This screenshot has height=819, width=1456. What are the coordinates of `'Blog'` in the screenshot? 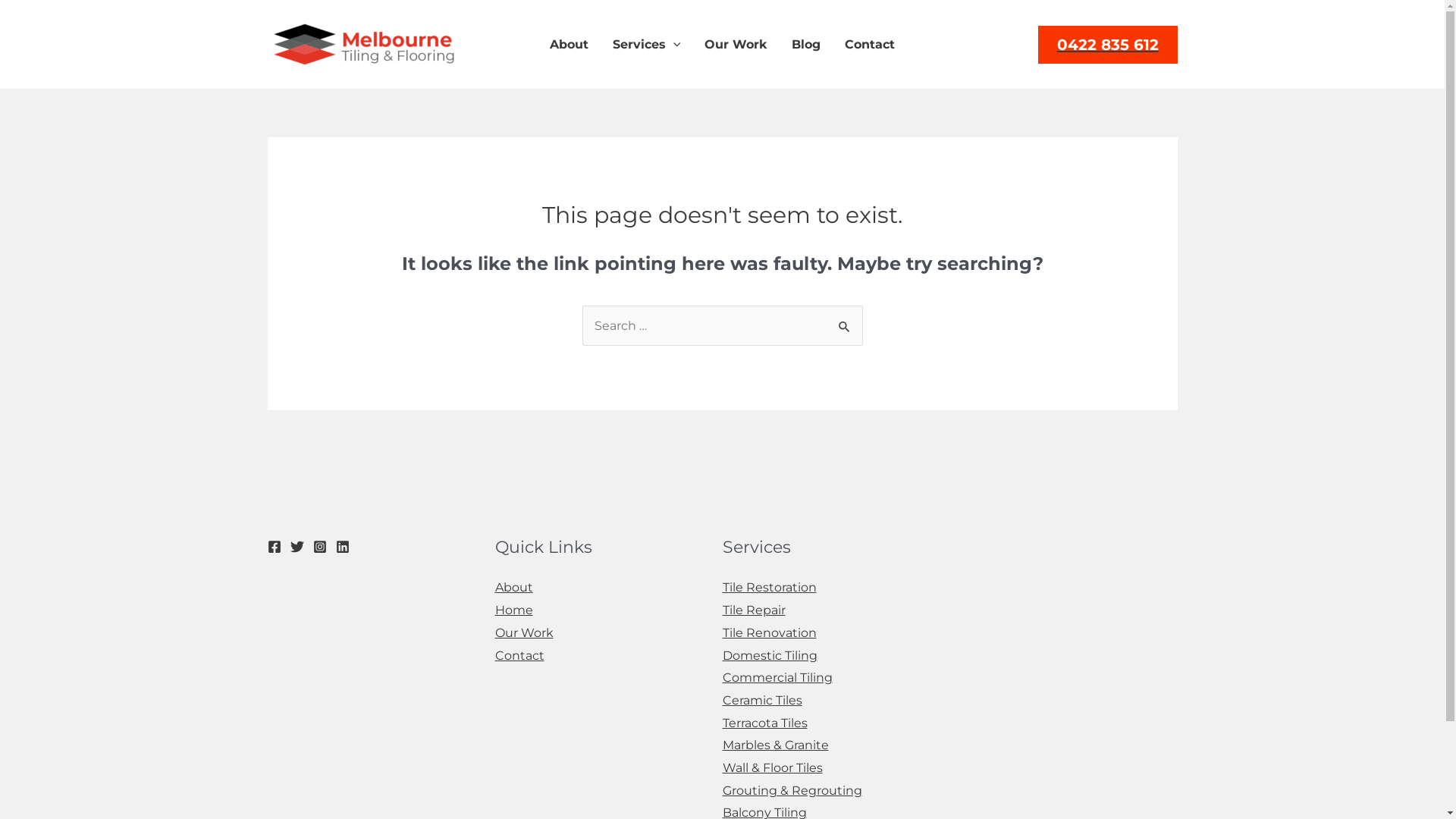 It's located at (805, 43).